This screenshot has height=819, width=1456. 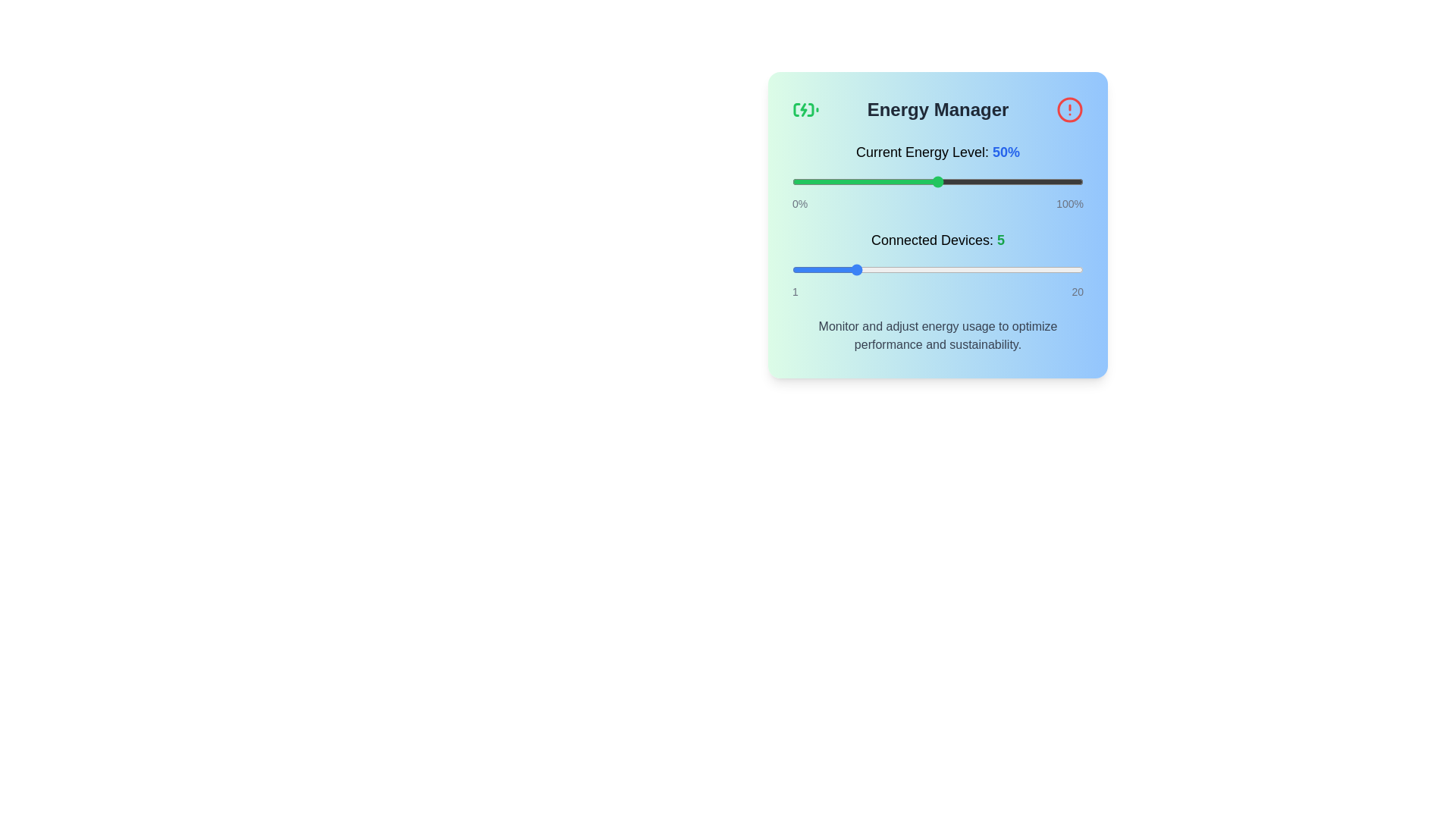 What do you see at coordinates (934, 180) in the screenshot?
I see `the energy level slider to 49%` at bounding box center [934, 180].